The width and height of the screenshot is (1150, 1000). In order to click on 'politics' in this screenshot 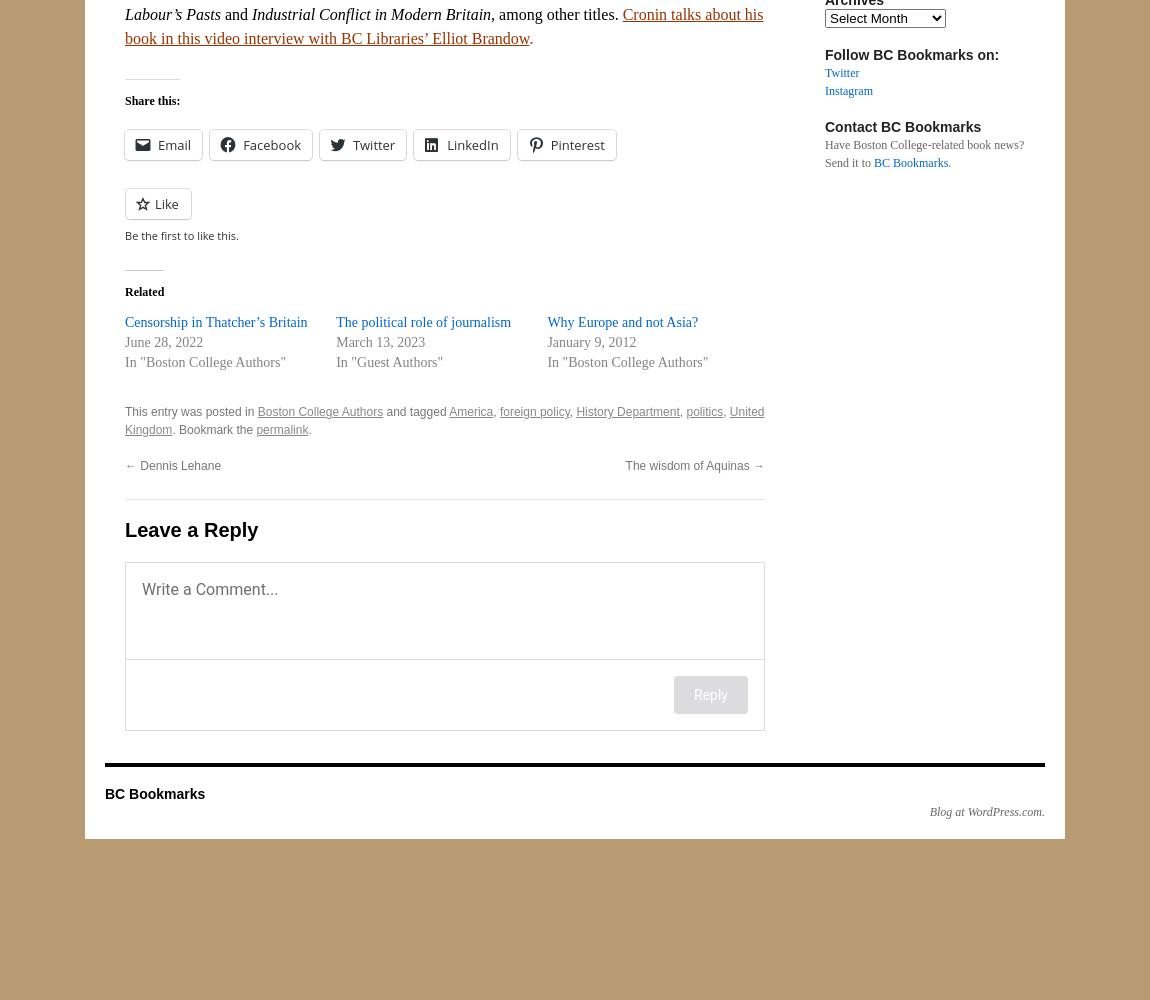, I will do `click(684, 412)`.